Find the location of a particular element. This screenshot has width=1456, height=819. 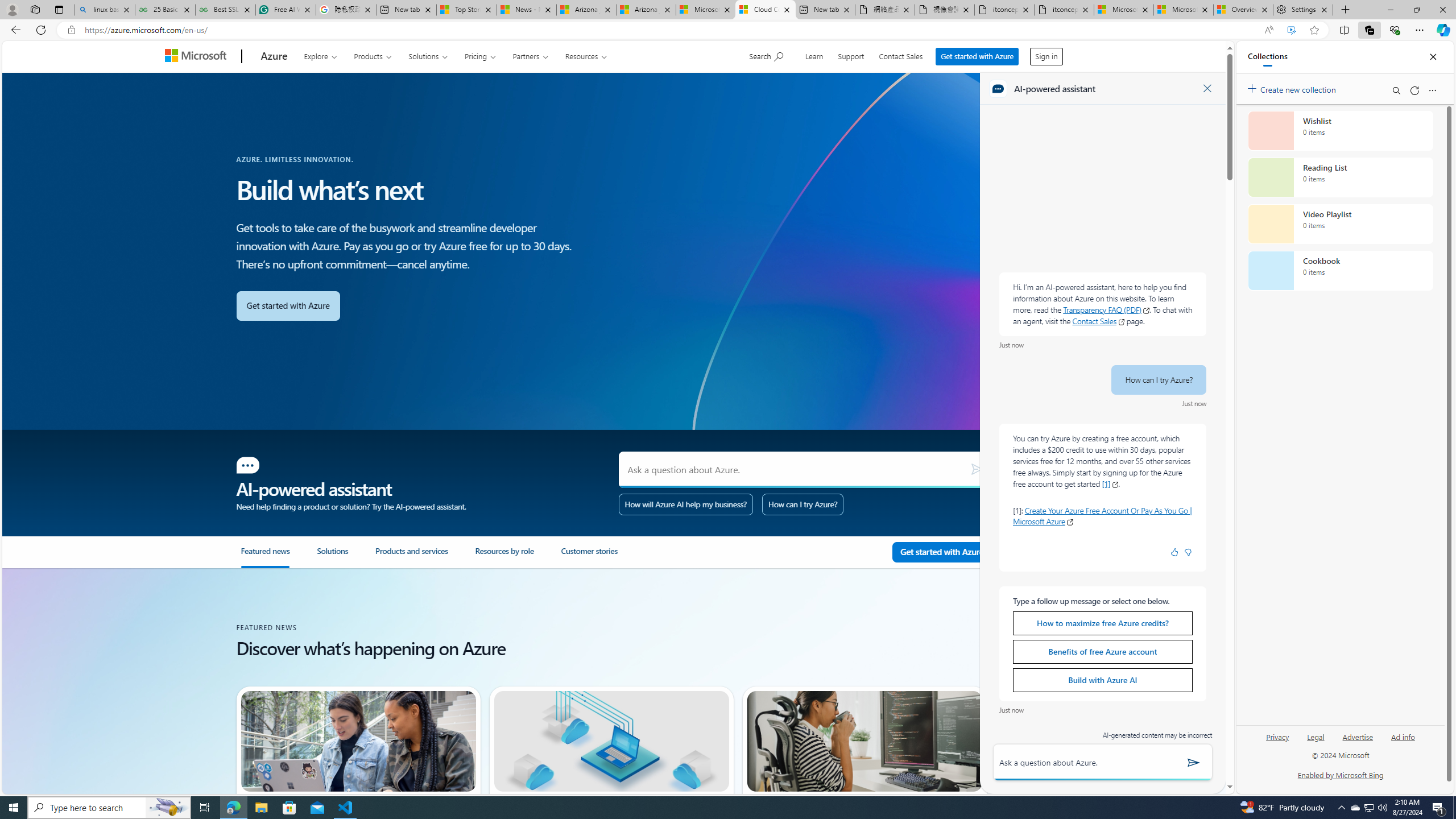

'Reading List collection, 0 items' is located at coordinates (1340, 176).